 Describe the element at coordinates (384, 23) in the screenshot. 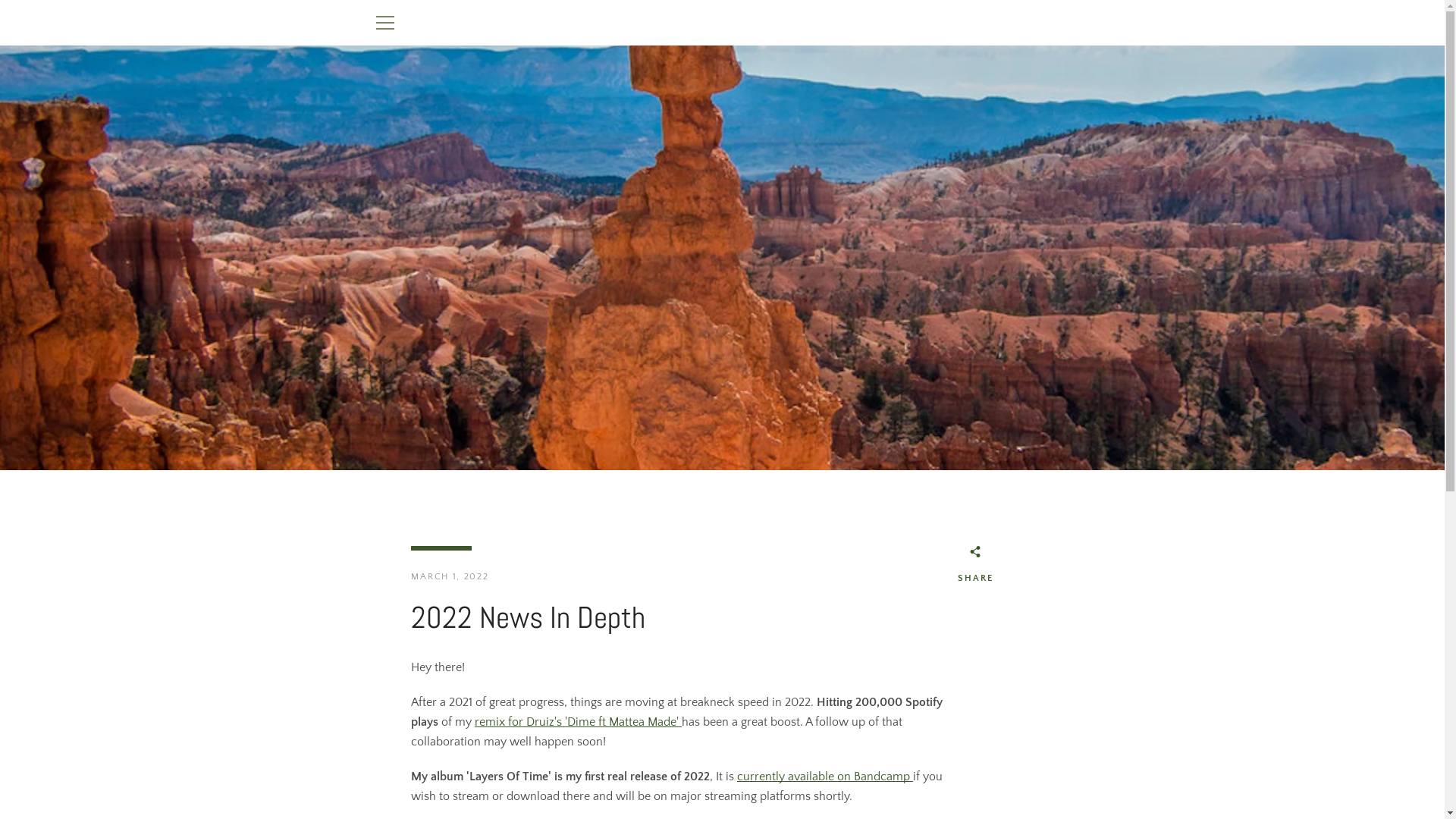

I see `'MENU'` at that location.